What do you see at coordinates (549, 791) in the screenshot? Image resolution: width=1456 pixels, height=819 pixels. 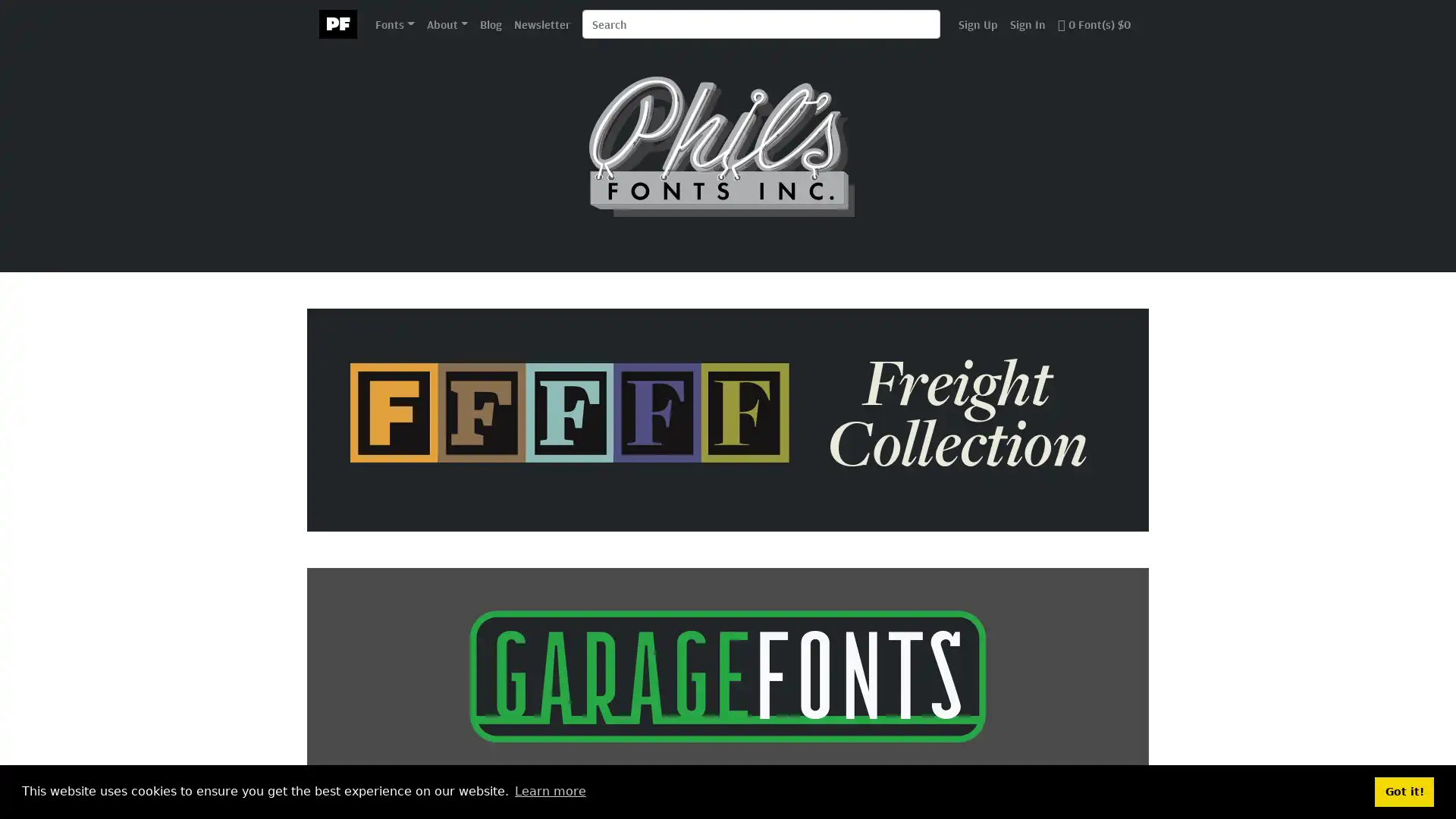 I see `learn more about cookies` at bounding box center [549, 791].